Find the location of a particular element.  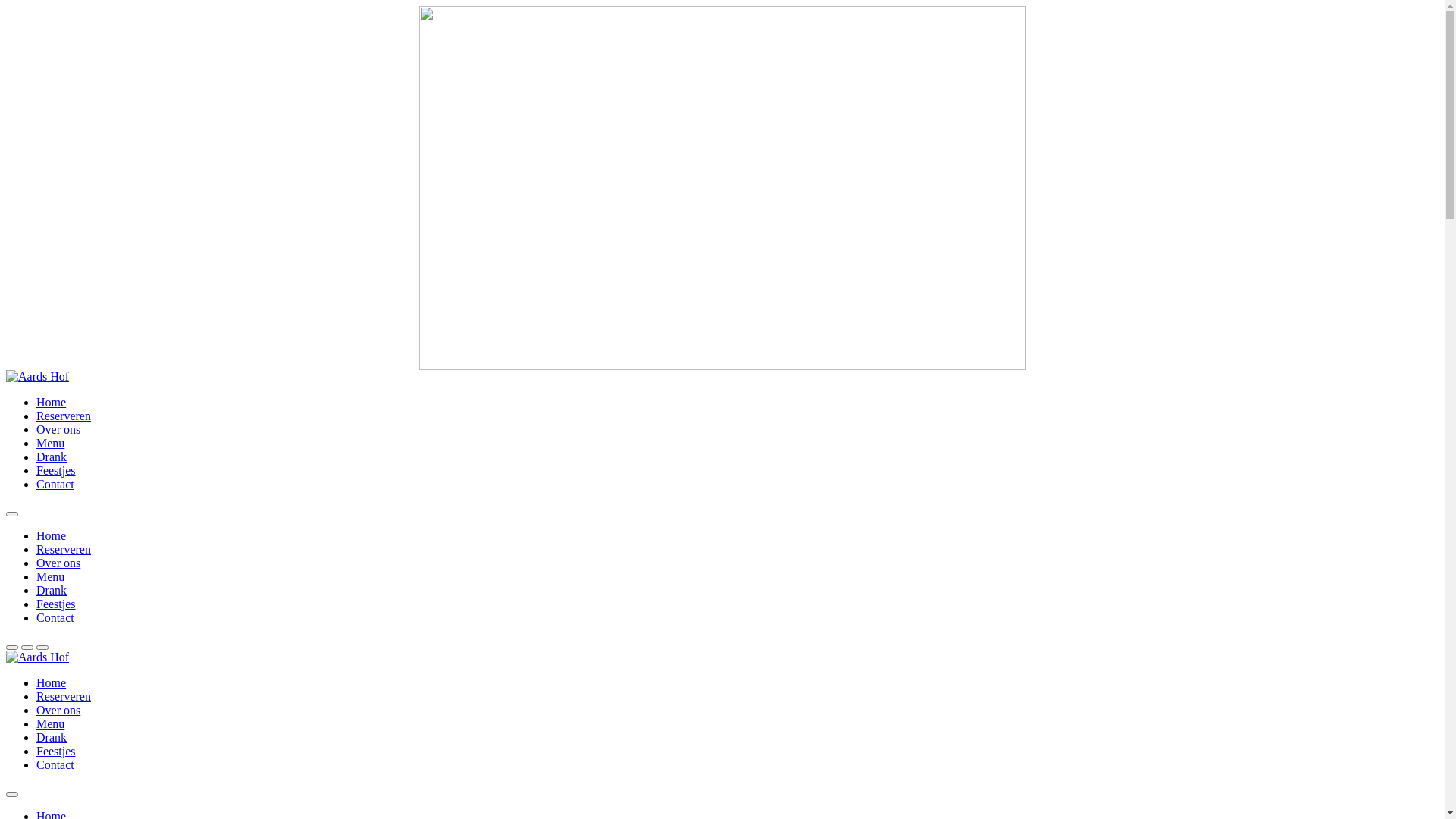

'Feestjes' is located at coordinates (55, 603).